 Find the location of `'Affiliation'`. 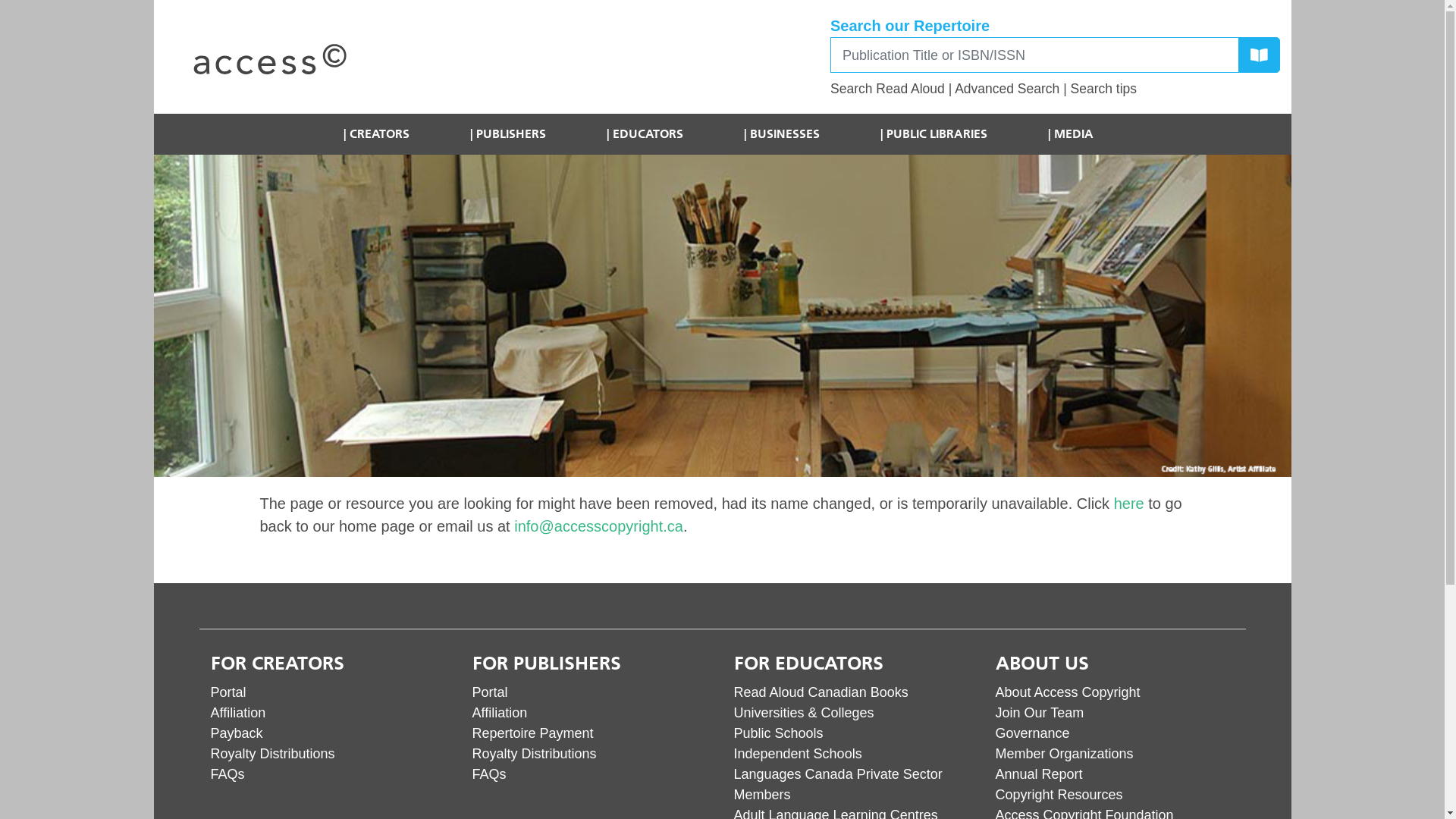

'Affiliation' is located at coordinates (237, 713).